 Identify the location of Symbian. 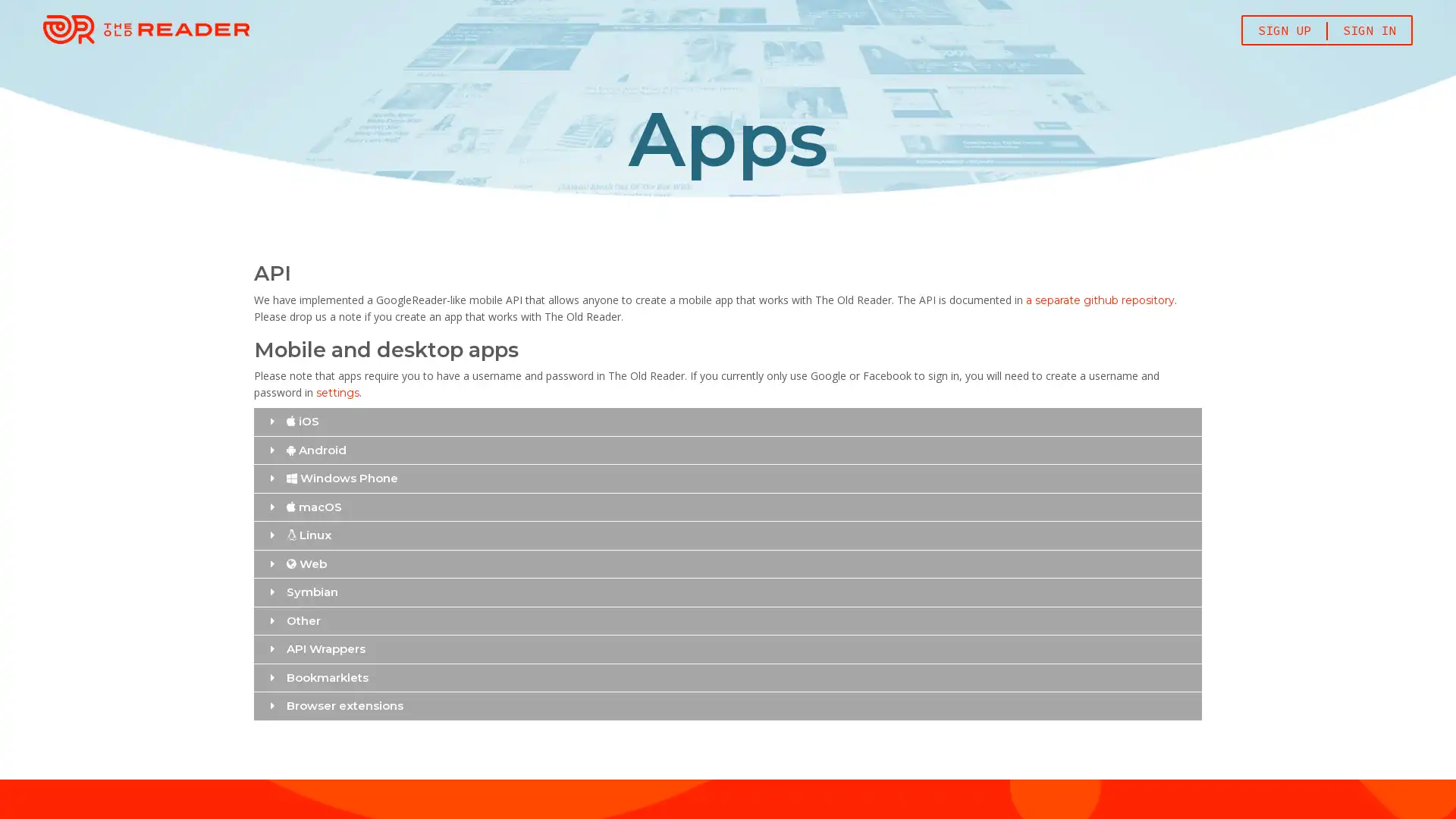
(726, 591).